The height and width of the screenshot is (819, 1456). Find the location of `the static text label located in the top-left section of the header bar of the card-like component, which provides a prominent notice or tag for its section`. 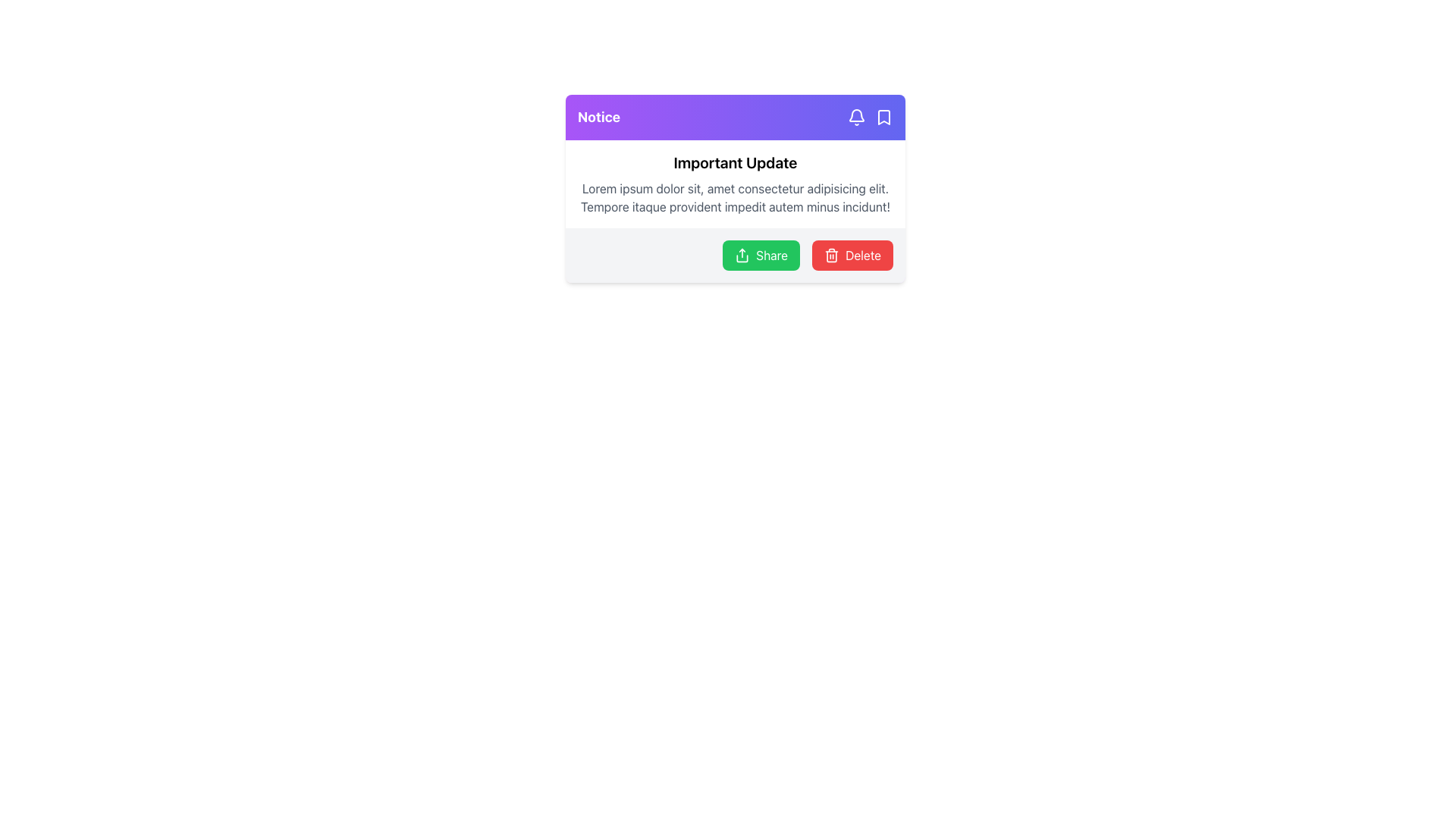

the static text label located in the top-left section of the header bar of the card-like component, which provides a prominent notice or tag for its section is located at coordinates (598, 116).